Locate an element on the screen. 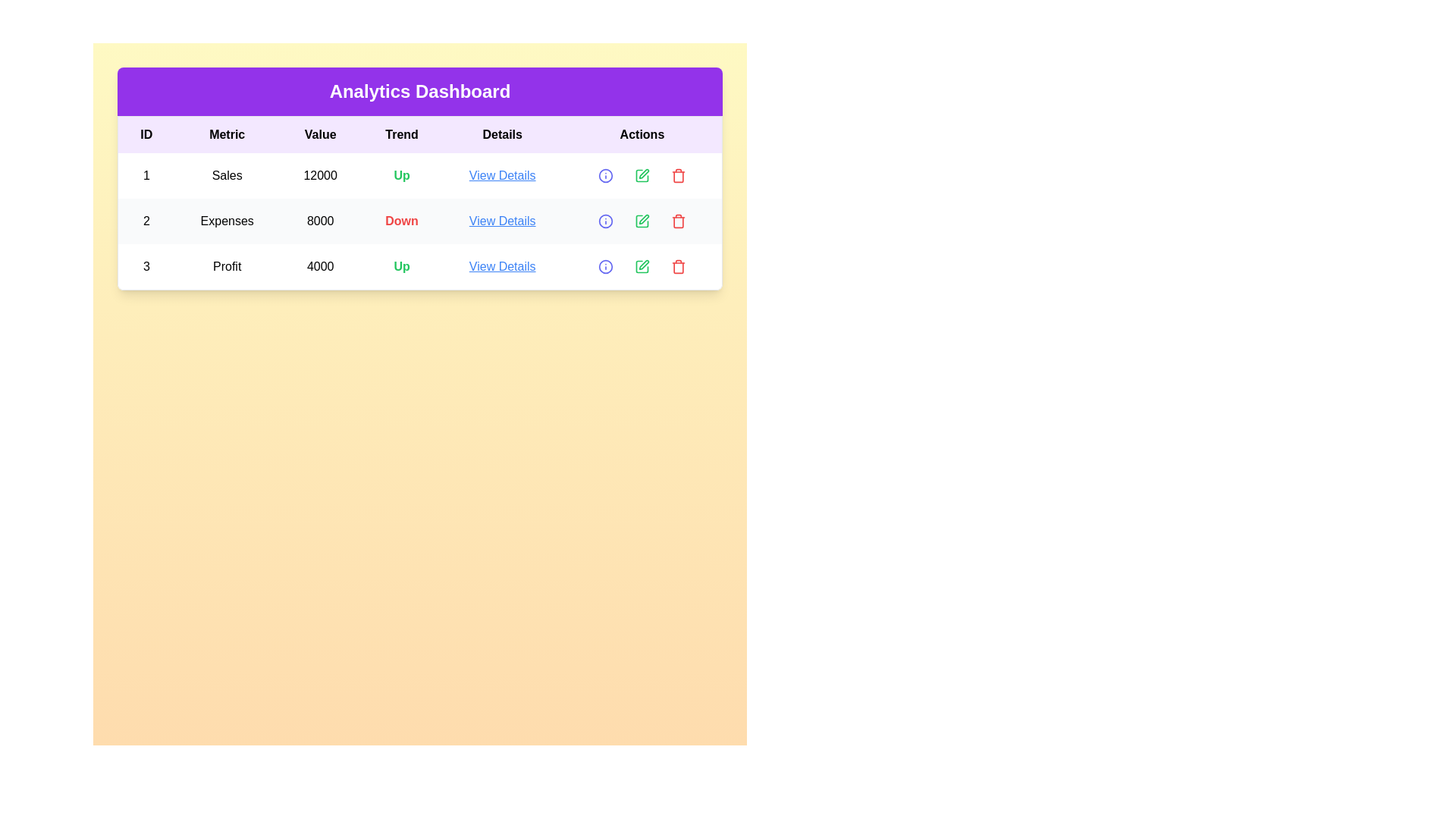  the green pencil icon in the Actions column of the second row is located at coordinates (642, 174).